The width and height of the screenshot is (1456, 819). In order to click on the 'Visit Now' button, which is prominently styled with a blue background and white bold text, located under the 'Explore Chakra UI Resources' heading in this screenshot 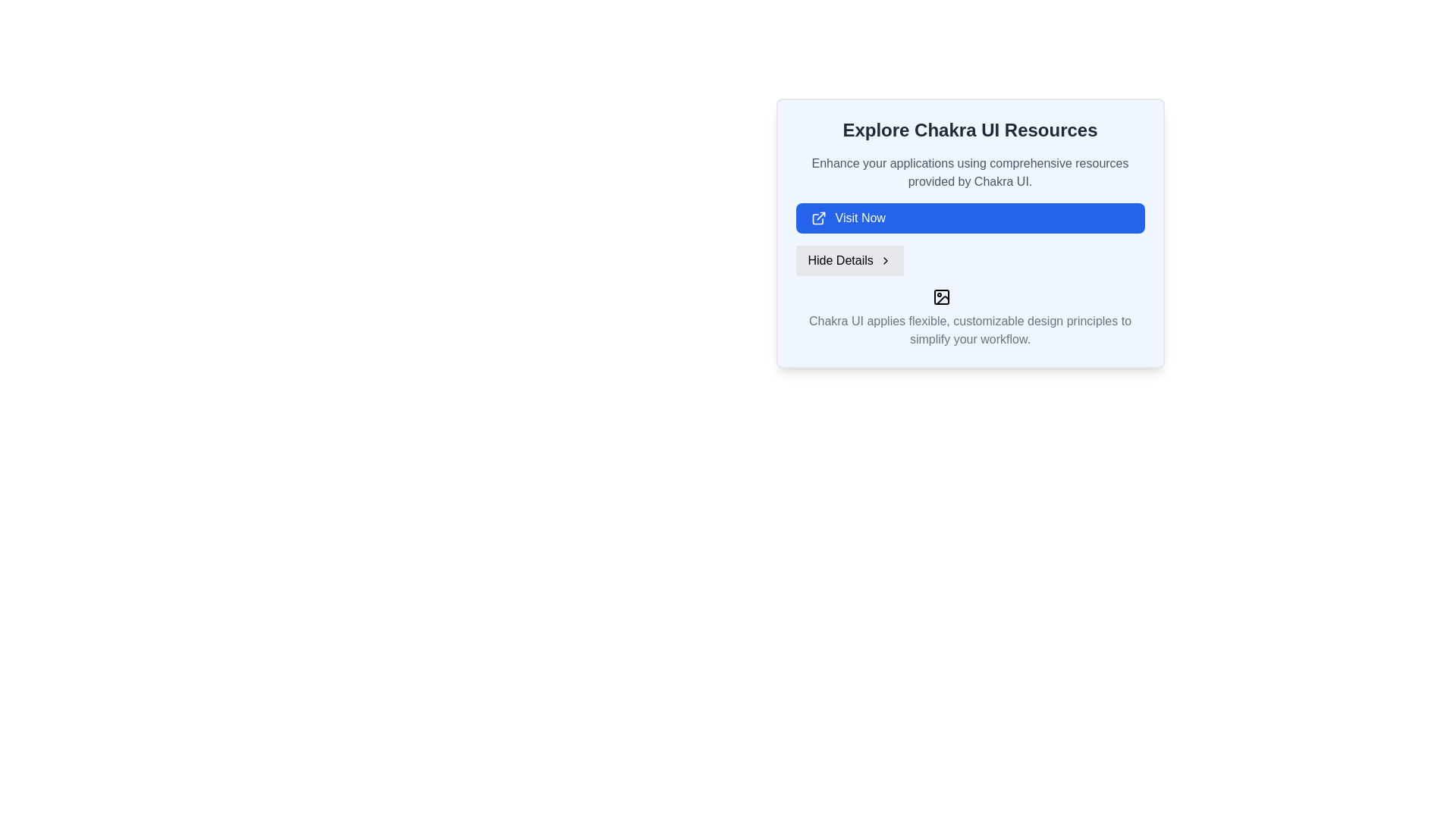, I will do `click(969, 234)`.